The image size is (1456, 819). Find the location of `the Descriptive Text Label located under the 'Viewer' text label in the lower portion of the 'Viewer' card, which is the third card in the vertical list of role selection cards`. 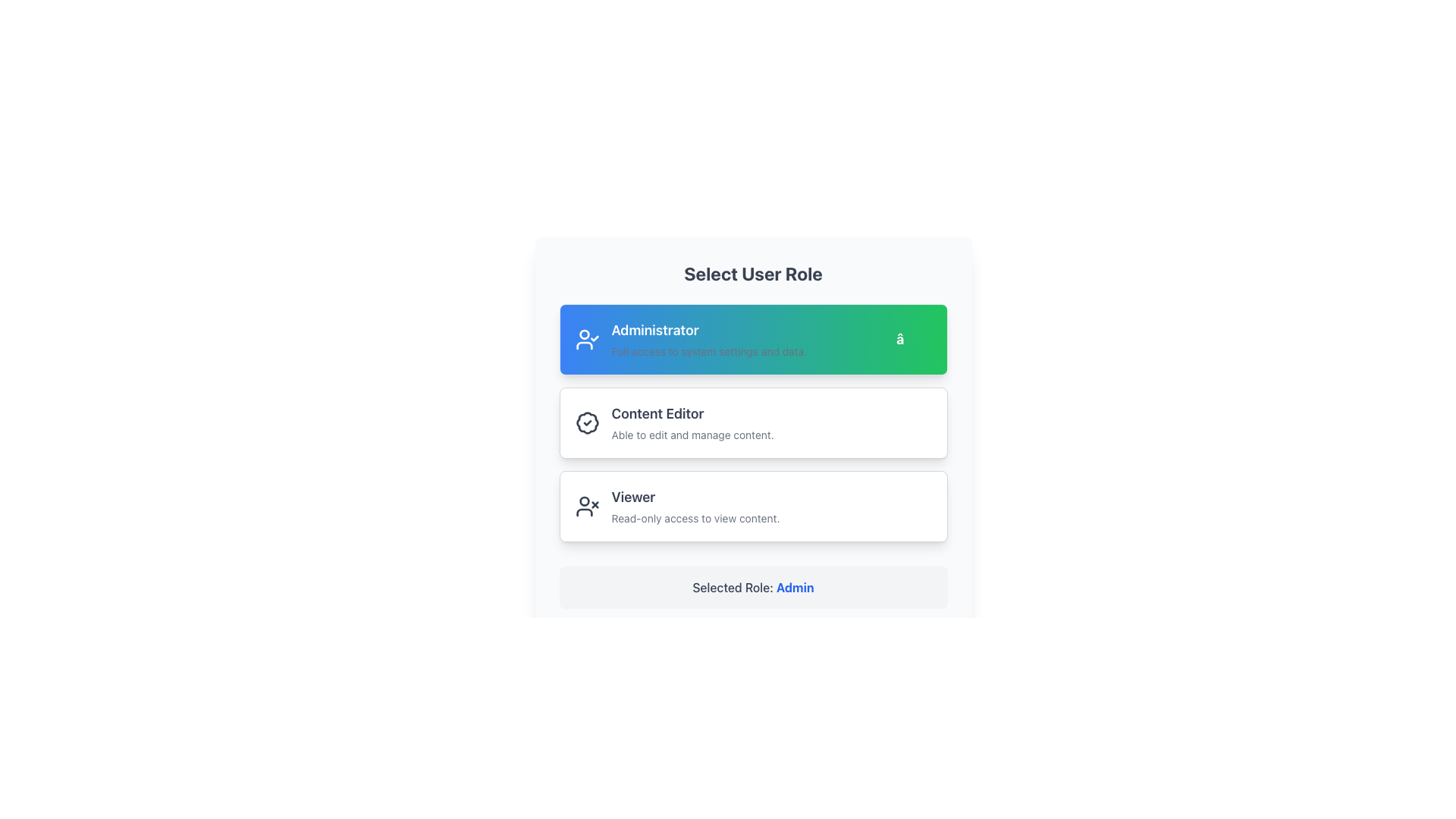

the Descriptive Text Label located under the 'Viewer' text label in the lower portion of the 'Viewer' card, which is the third card in the vertical list of role selection cards is located at coordinates (771, 517).